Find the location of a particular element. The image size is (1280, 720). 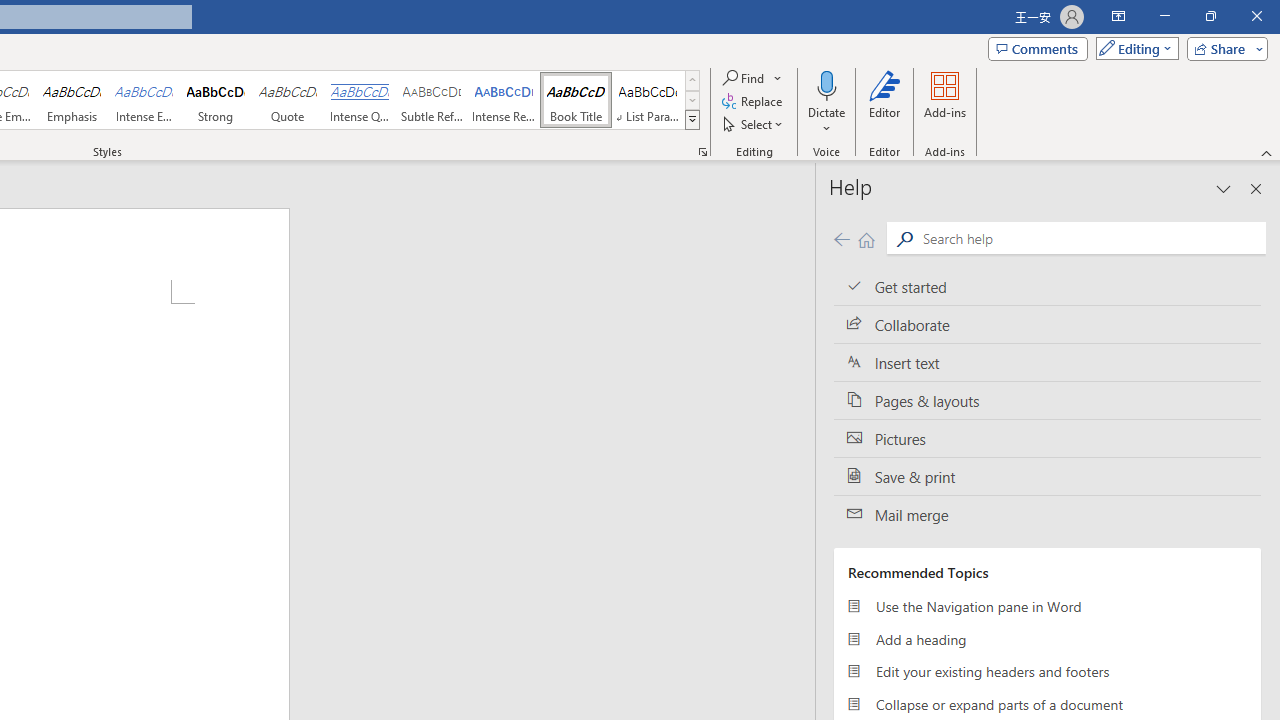

'More Options' is located at coordinates (826, 121).